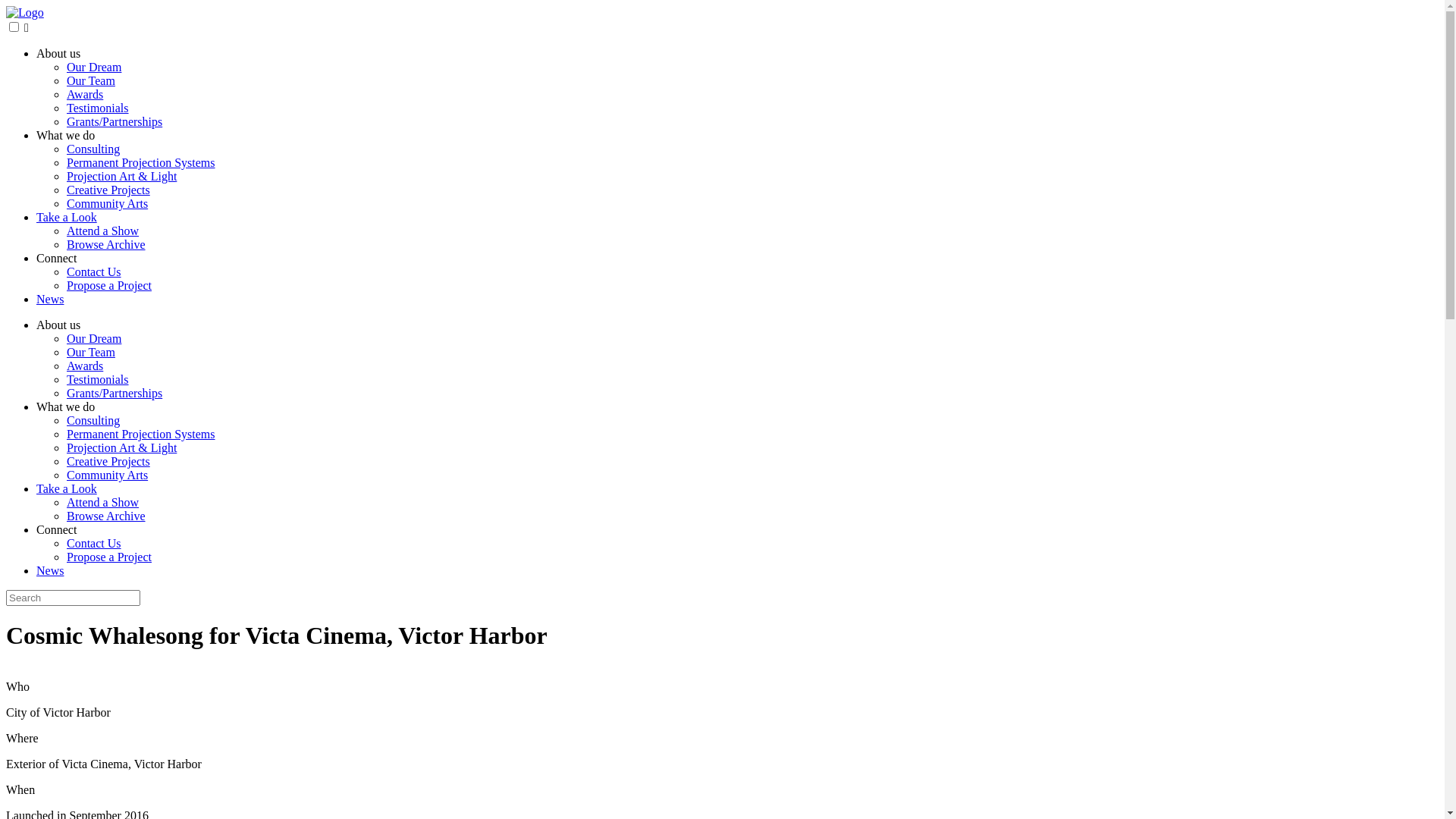  I want to click on 'Creative Projects', so click(108, 460).